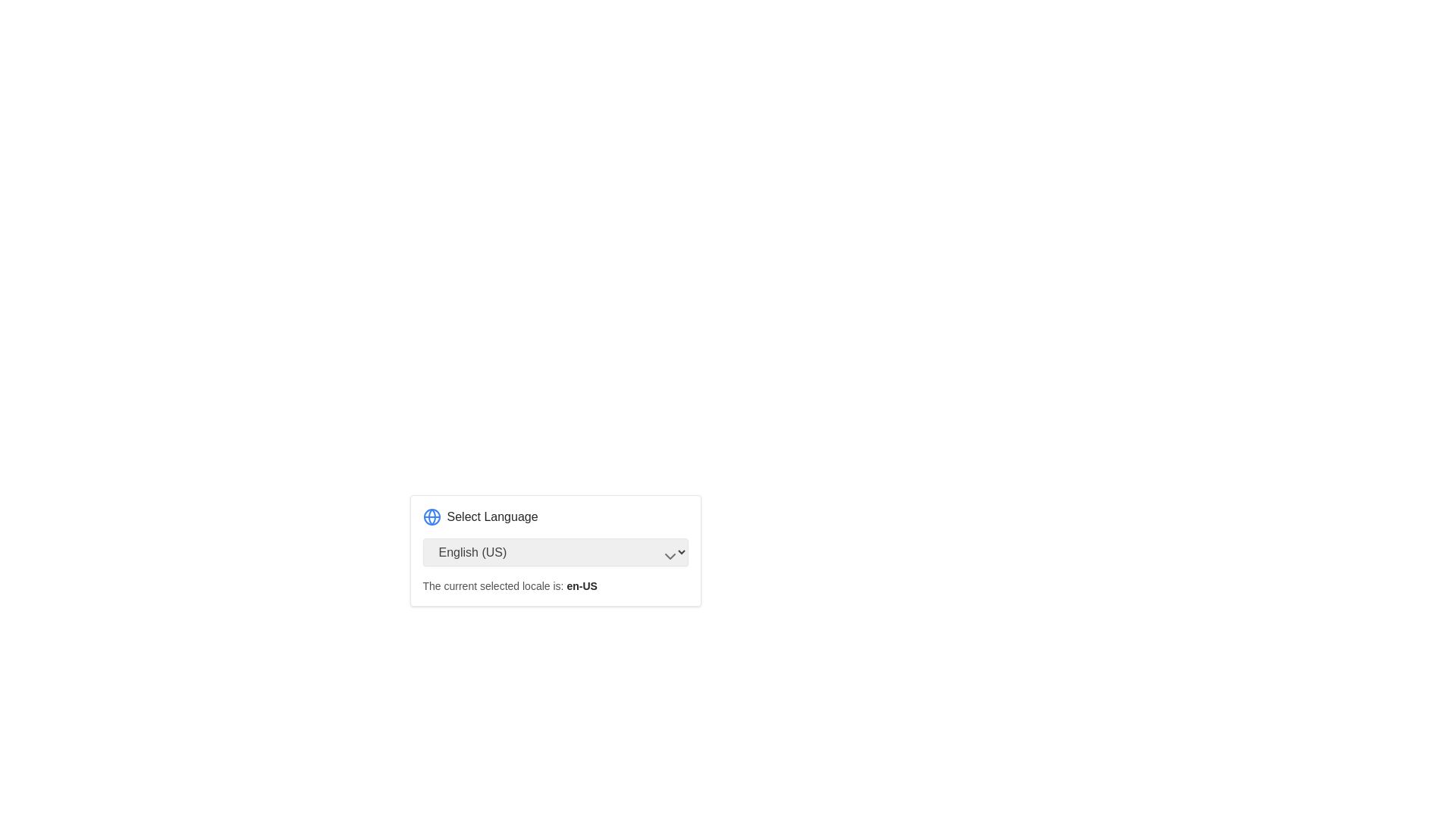 This screenshot has height=819, width=1456. What do you see at coordinates (510, 585) in the screenshot?
I see `the informative text element that indicates the currently selected locale, located below the 'English (US)' dropdown in the language selection form` at bounding box center [510, 585].